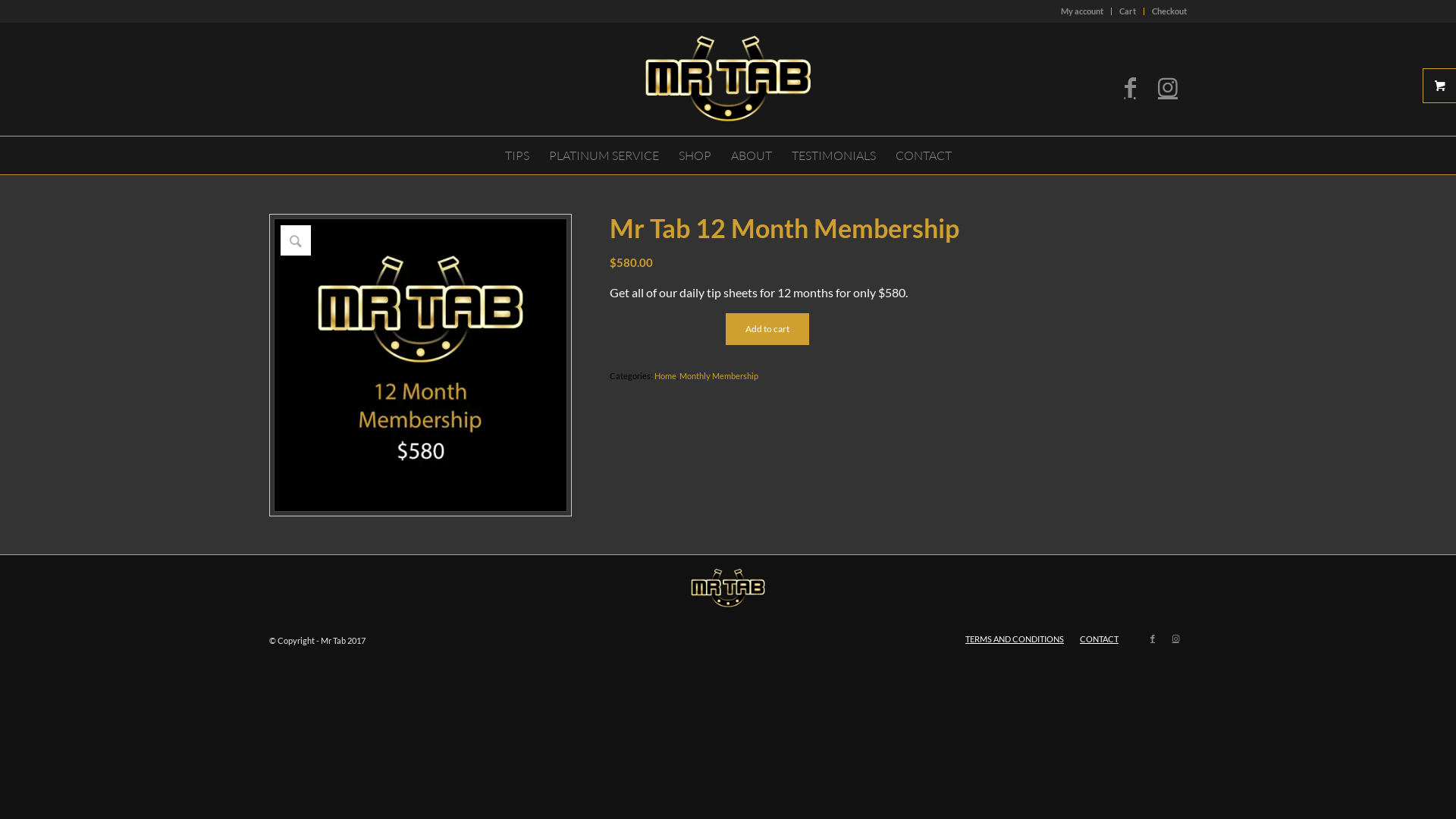 The height and width of the screenshot is (819, 1456). Describe the element at coordinates (694, 155) in the screenshot. I see `'SHOP'` at that location.